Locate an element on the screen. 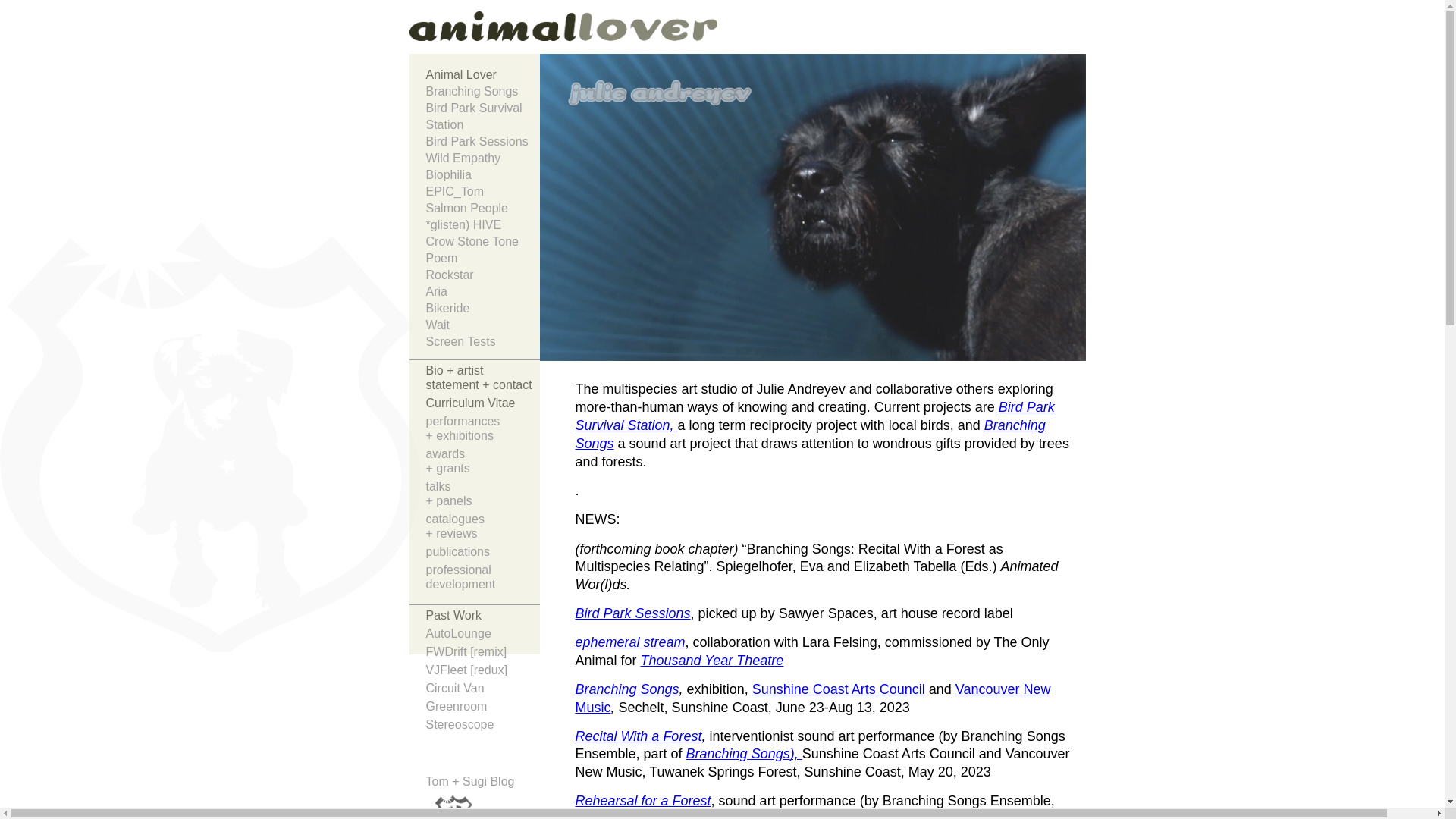 The width and height of the screenshot is (1456, 819). '),' is located at coordinates (795, 754).